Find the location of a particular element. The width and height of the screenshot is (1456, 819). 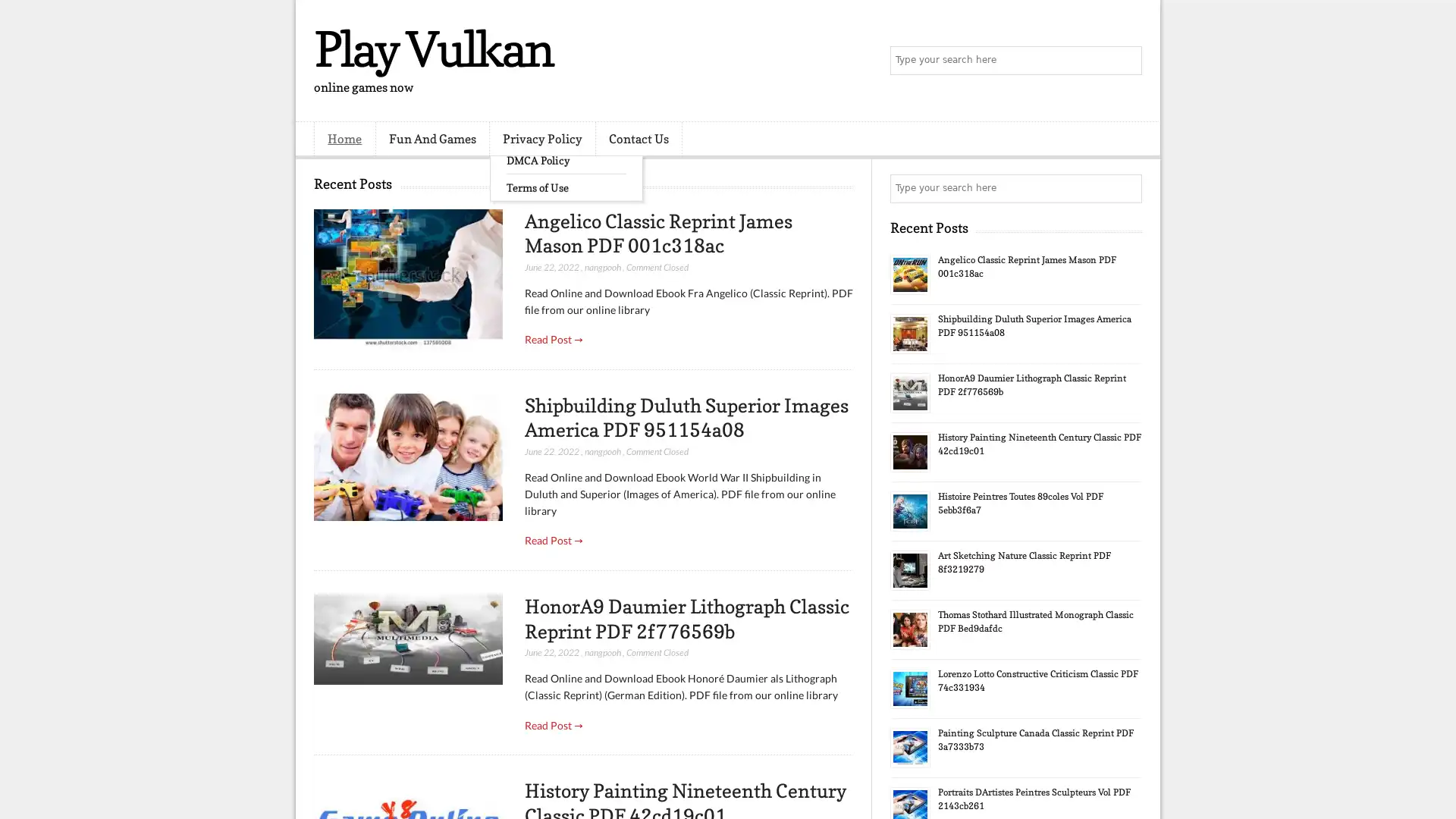

Search is located at coordinates (1126, 61).